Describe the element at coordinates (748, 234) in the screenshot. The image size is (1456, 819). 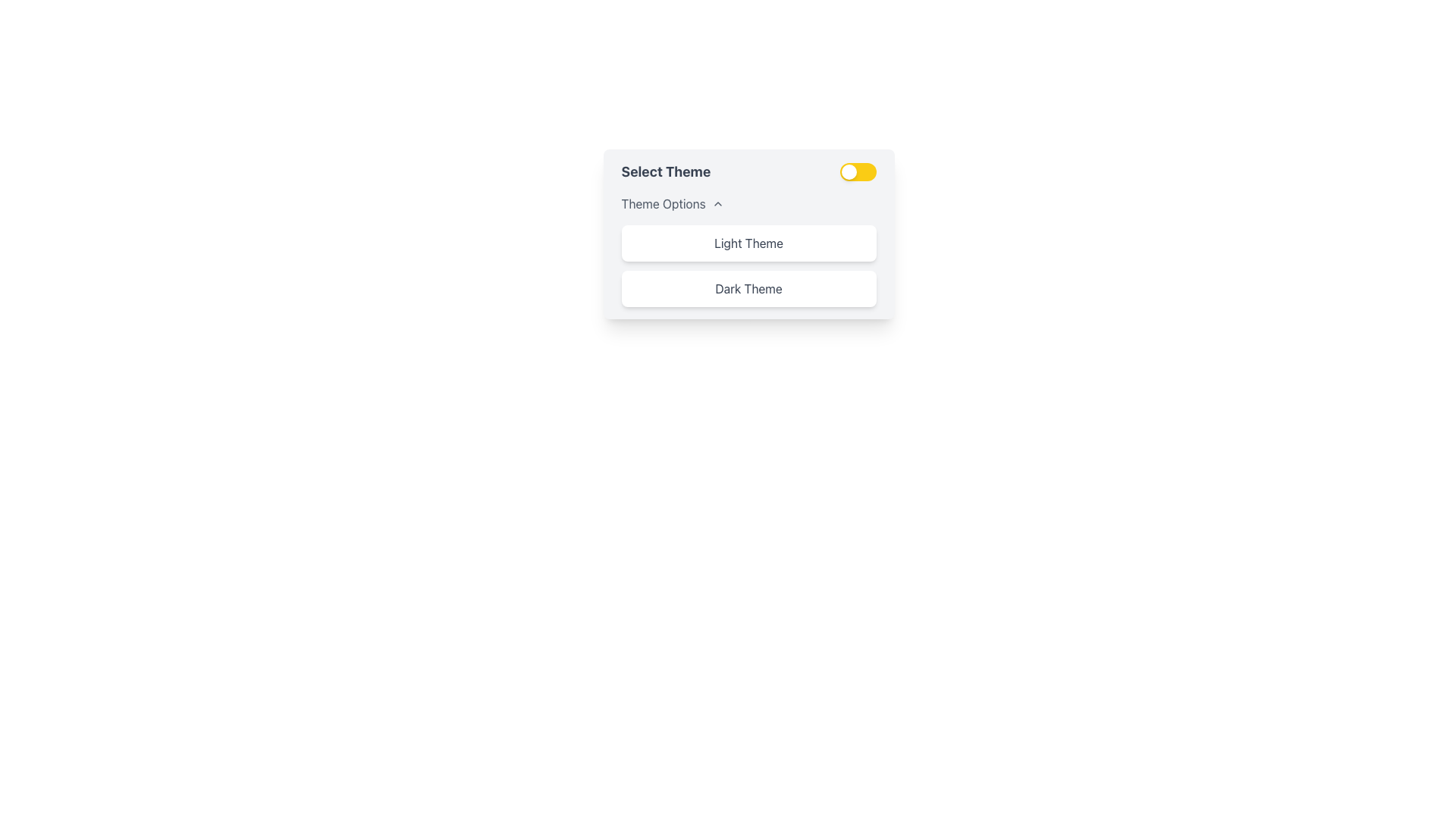
I see `the button labeled 'Light Theme' and 'Dark Theme' in the settings menu` at that location.